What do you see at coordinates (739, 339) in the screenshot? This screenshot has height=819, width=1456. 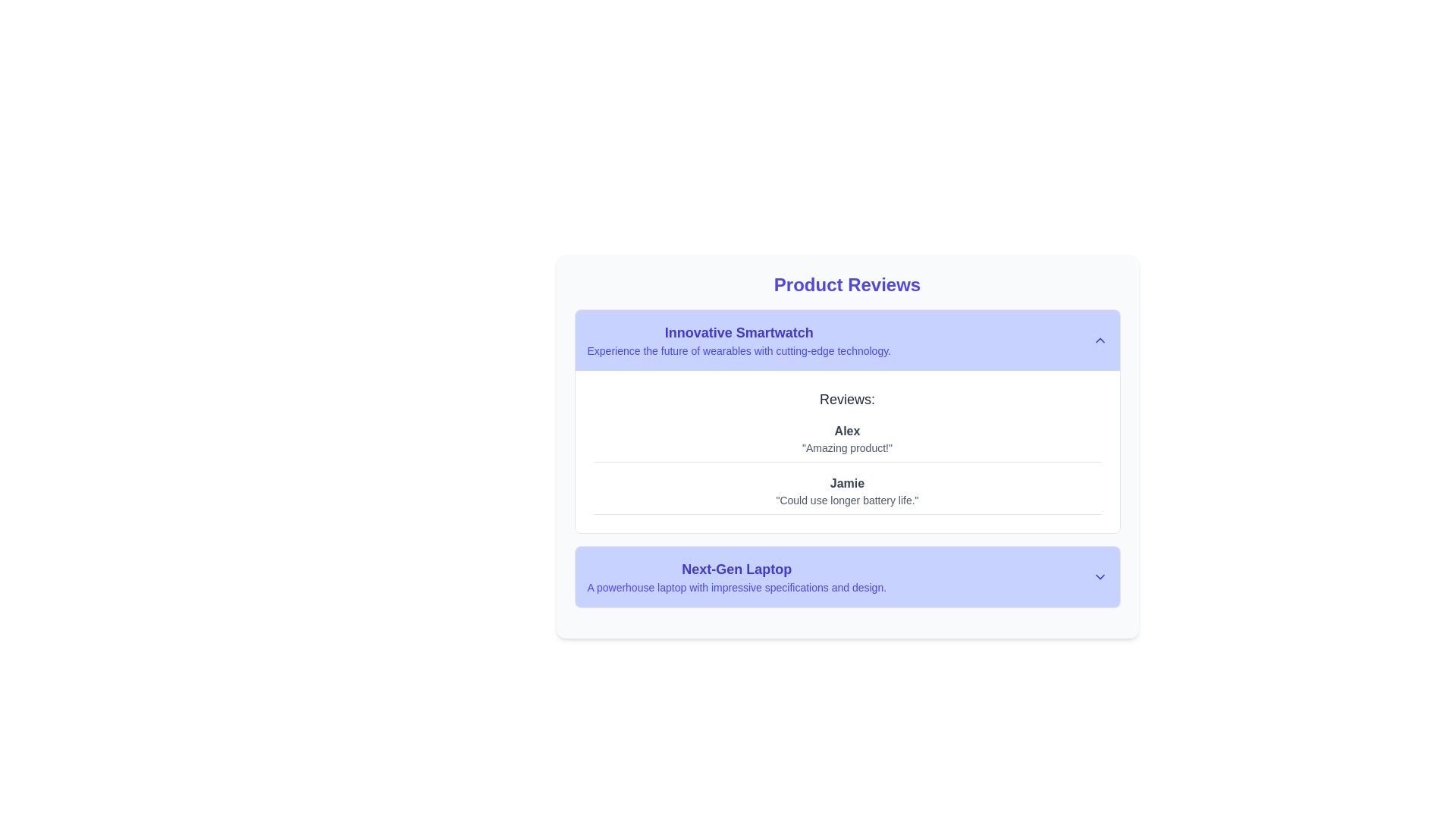 I see `text content of the title and descriptive tagline located in the central upper position of the light indigo panel above the chevron icon` at bounding box center [739, 339].